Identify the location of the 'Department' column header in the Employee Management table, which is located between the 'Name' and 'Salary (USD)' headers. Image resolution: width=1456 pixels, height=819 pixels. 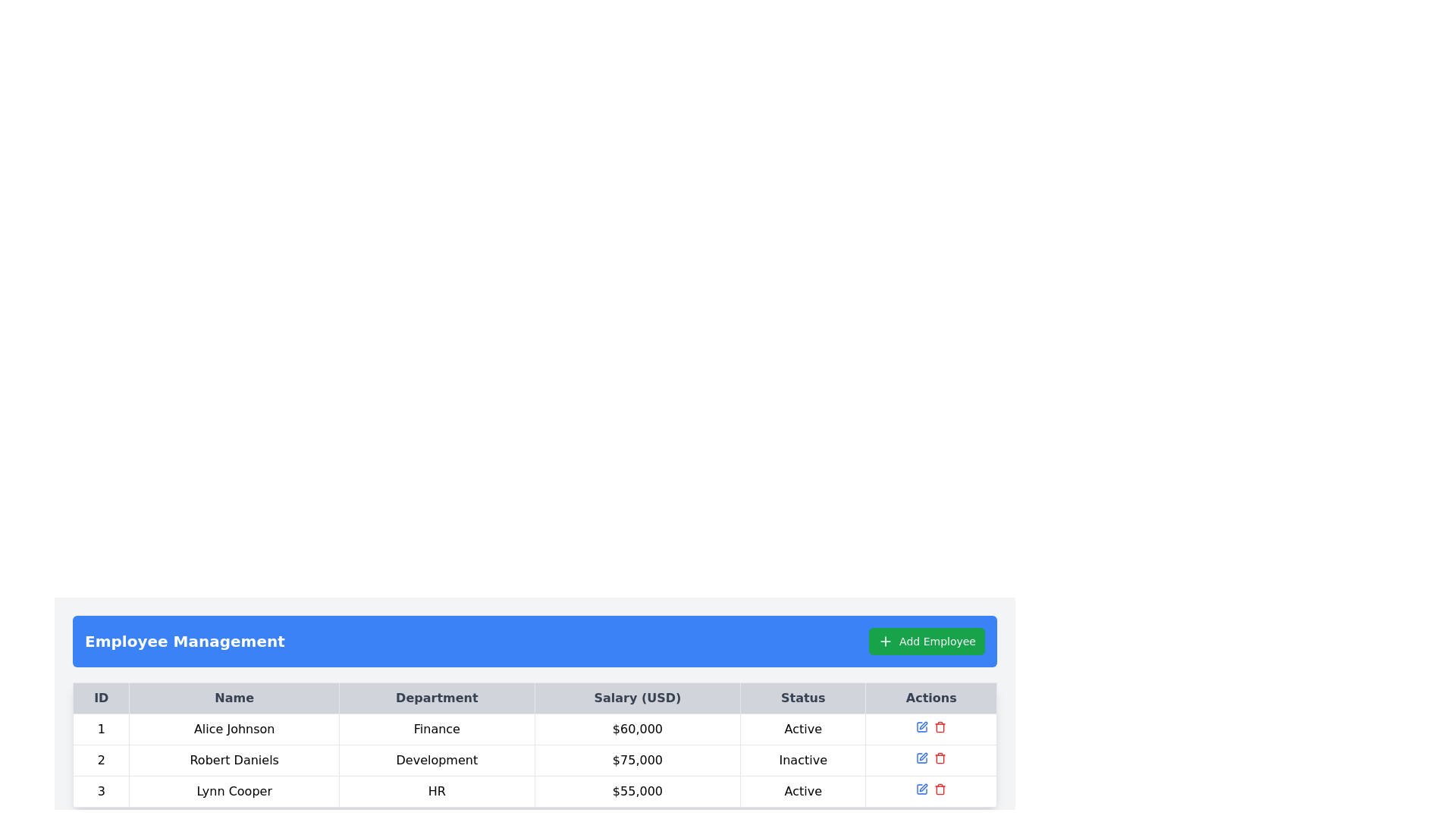
(436, 698).